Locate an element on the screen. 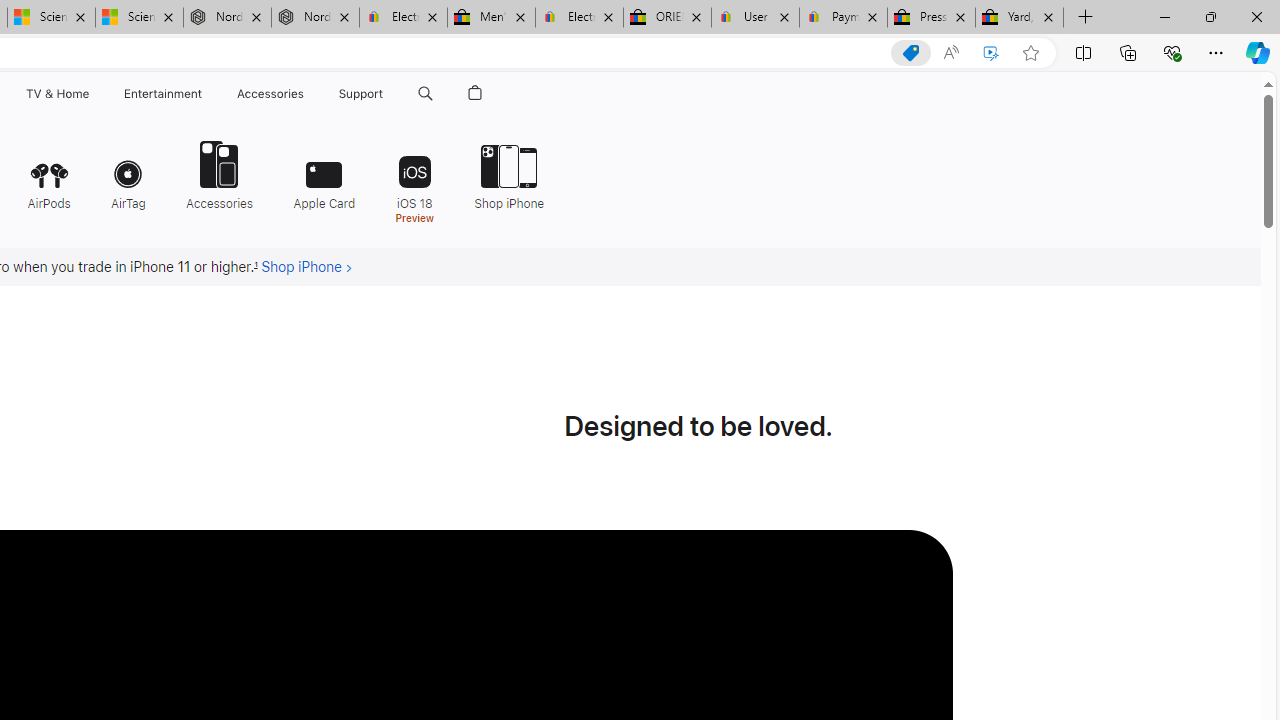 The width and height of the screenshot is (1280, 720). 'Class: globalnav-submenu-trigger-item' is located at coordinates (387, 93).